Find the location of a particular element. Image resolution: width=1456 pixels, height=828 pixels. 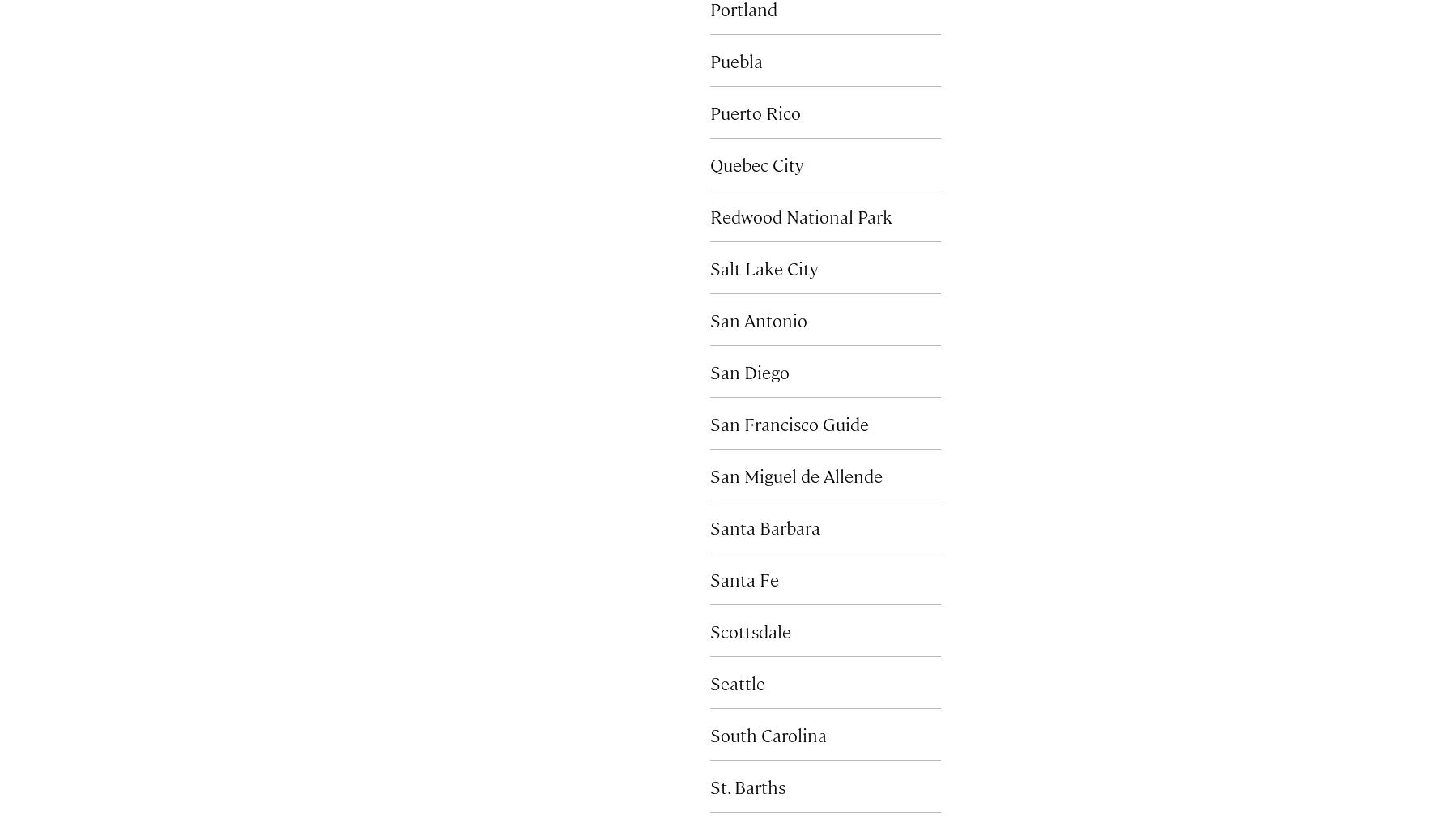

'Puebla' is located at coordinates (710, 59).